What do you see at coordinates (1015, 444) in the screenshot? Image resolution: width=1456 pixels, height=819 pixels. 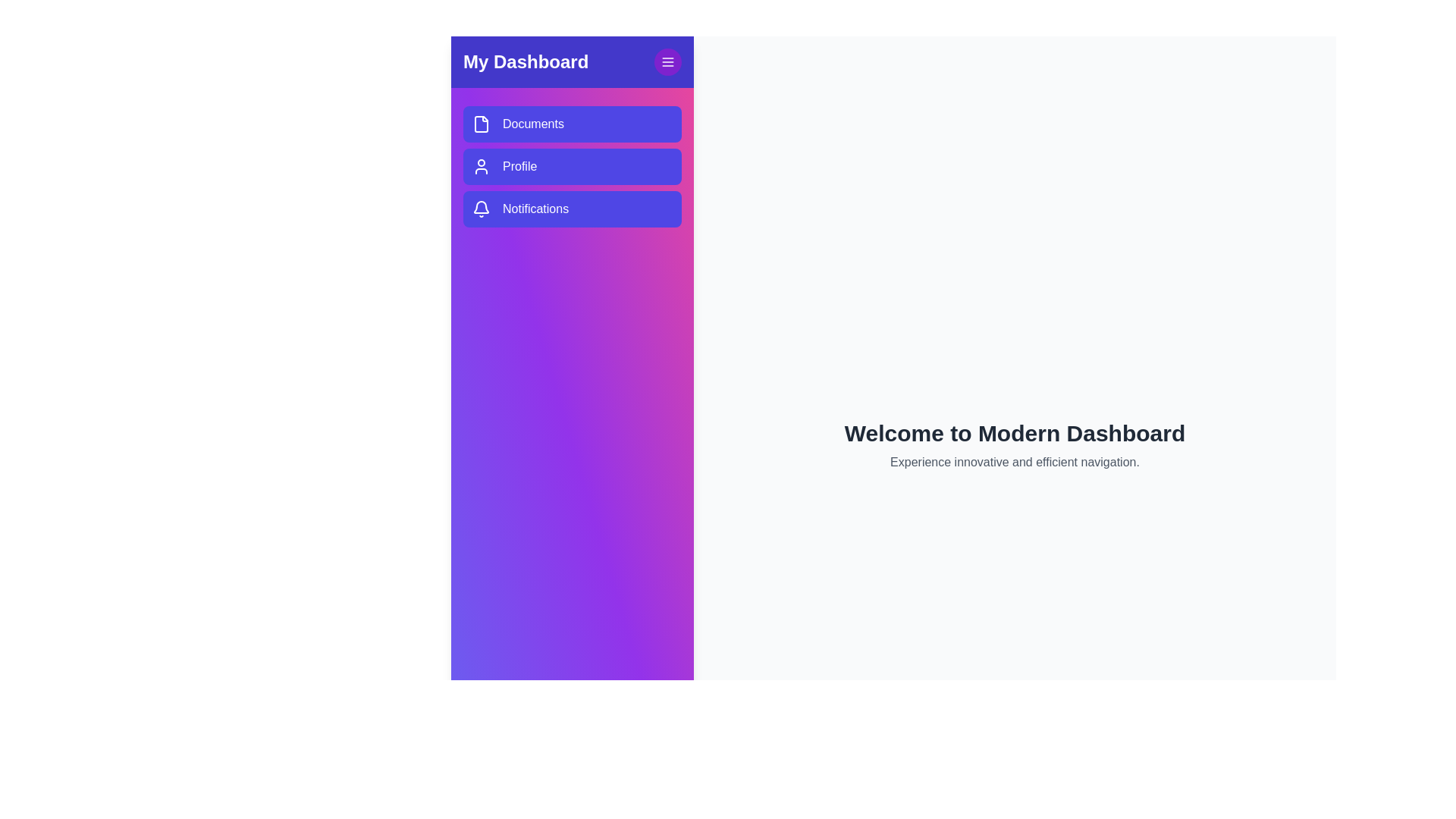 I see `the welcome text and description to read them` at bounding box center [1015, 444].